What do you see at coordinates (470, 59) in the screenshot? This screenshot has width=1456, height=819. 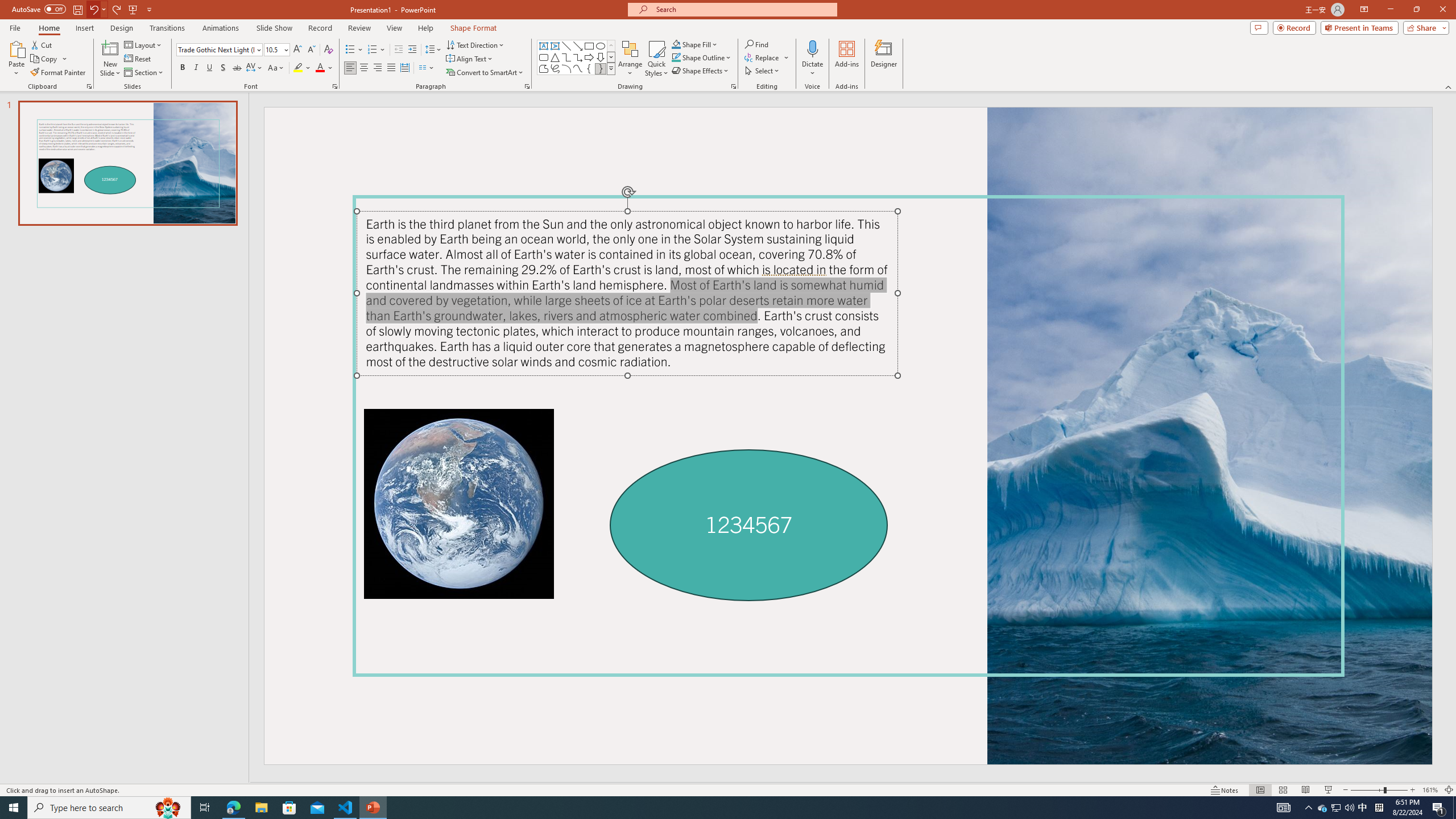 I see `'Align Text'` at bounding box center [470, 59].